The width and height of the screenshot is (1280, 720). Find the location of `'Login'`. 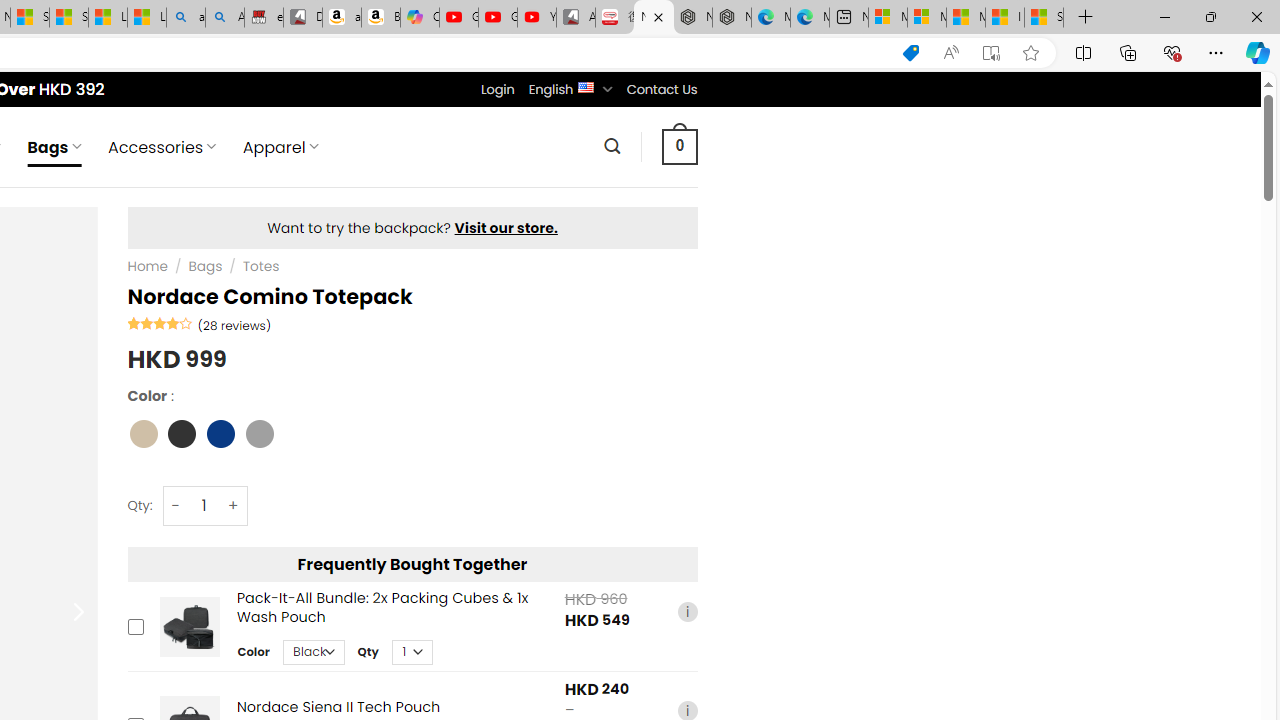

'Login' is located at coordinates (497, 88).